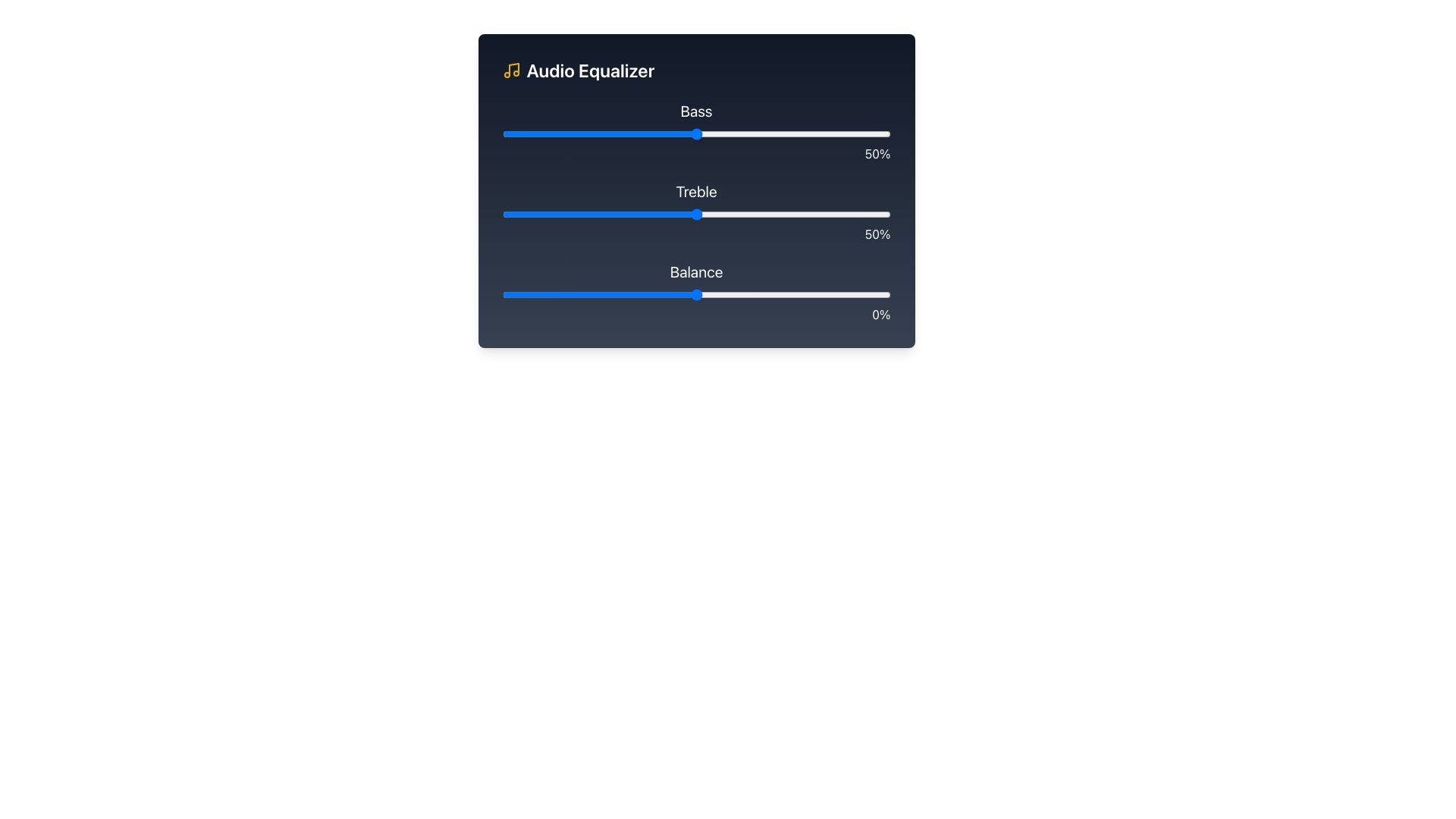  What do you see at coordinates (695, 295) in the screenshot?
I see `the balance slider located below the 'Balance' label and above the '0%' indicator in the audio equalizer interface` at bounding box center [695, 295].